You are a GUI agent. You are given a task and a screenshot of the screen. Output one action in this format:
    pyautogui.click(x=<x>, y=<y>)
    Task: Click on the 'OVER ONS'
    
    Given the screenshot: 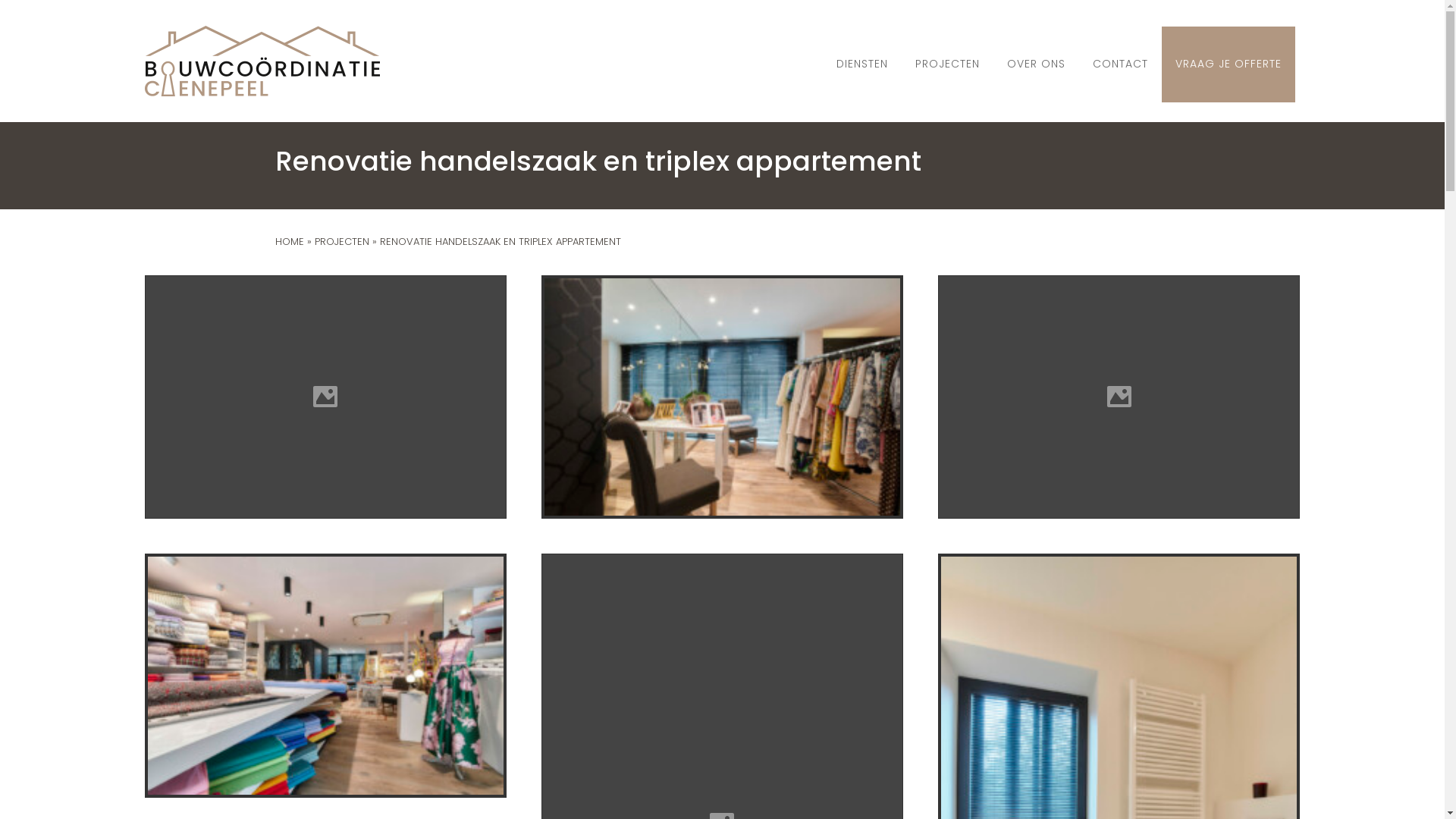 What is the action you would take?
    pyautogui.click(x=1035, y=63)
    